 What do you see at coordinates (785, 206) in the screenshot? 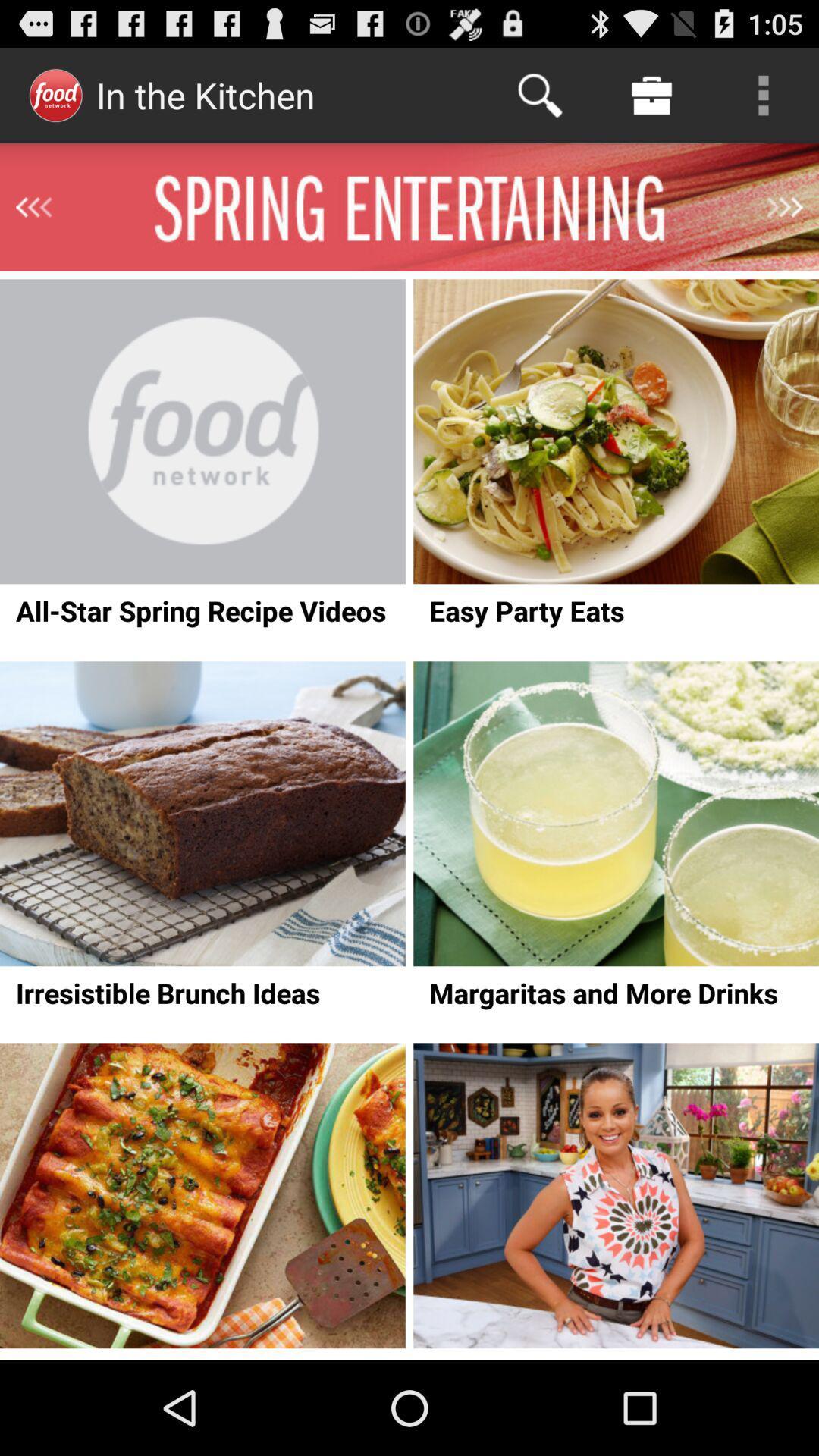
I see `next section` at bounding box center [785, 206].